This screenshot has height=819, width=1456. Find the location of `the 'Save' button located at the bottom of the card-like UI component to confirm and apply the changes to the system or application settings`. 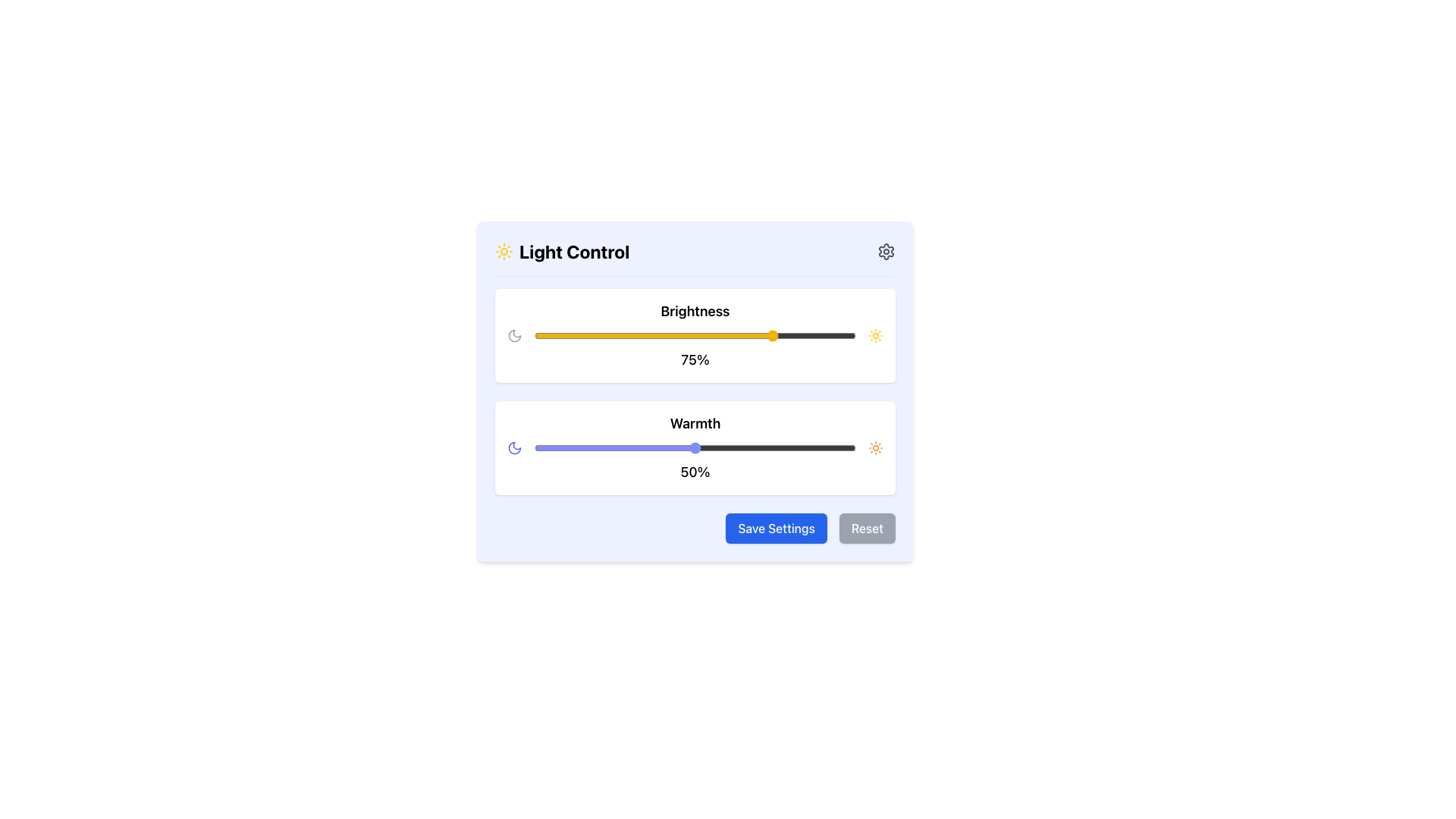

the 'Save' button located at the bottom of the card-like UI component to confirm and apply the changes to the system or application settings is located at coordinates (776, 528).